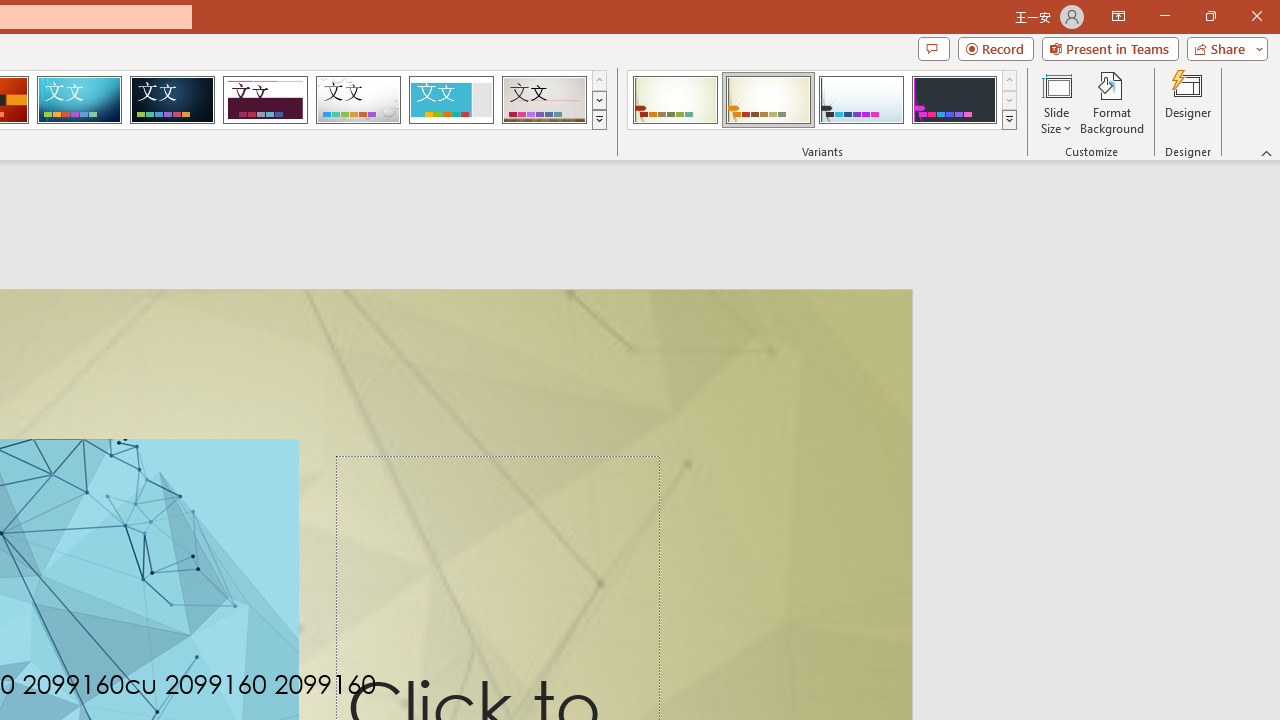 The width and height of the screenshot is (1280, 720). What do you see at coordinates (1111, 103) in the screenshot?
I see `'Format Background'` at bounding box center [1111, 103].